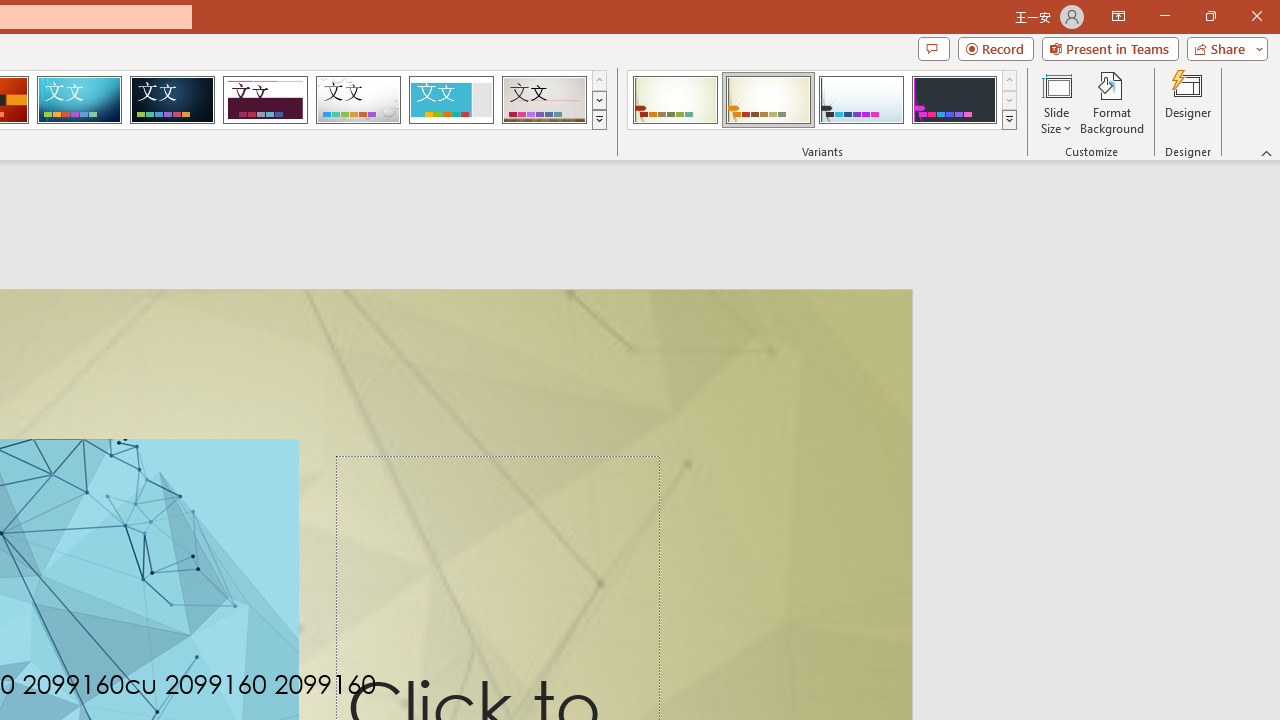 The width and height of the screenshot is (1280, 720). What do you see at coordinates (1111, 103) in the screenshot?
I see `'Format Background'` at bounding box center [1111, 103].